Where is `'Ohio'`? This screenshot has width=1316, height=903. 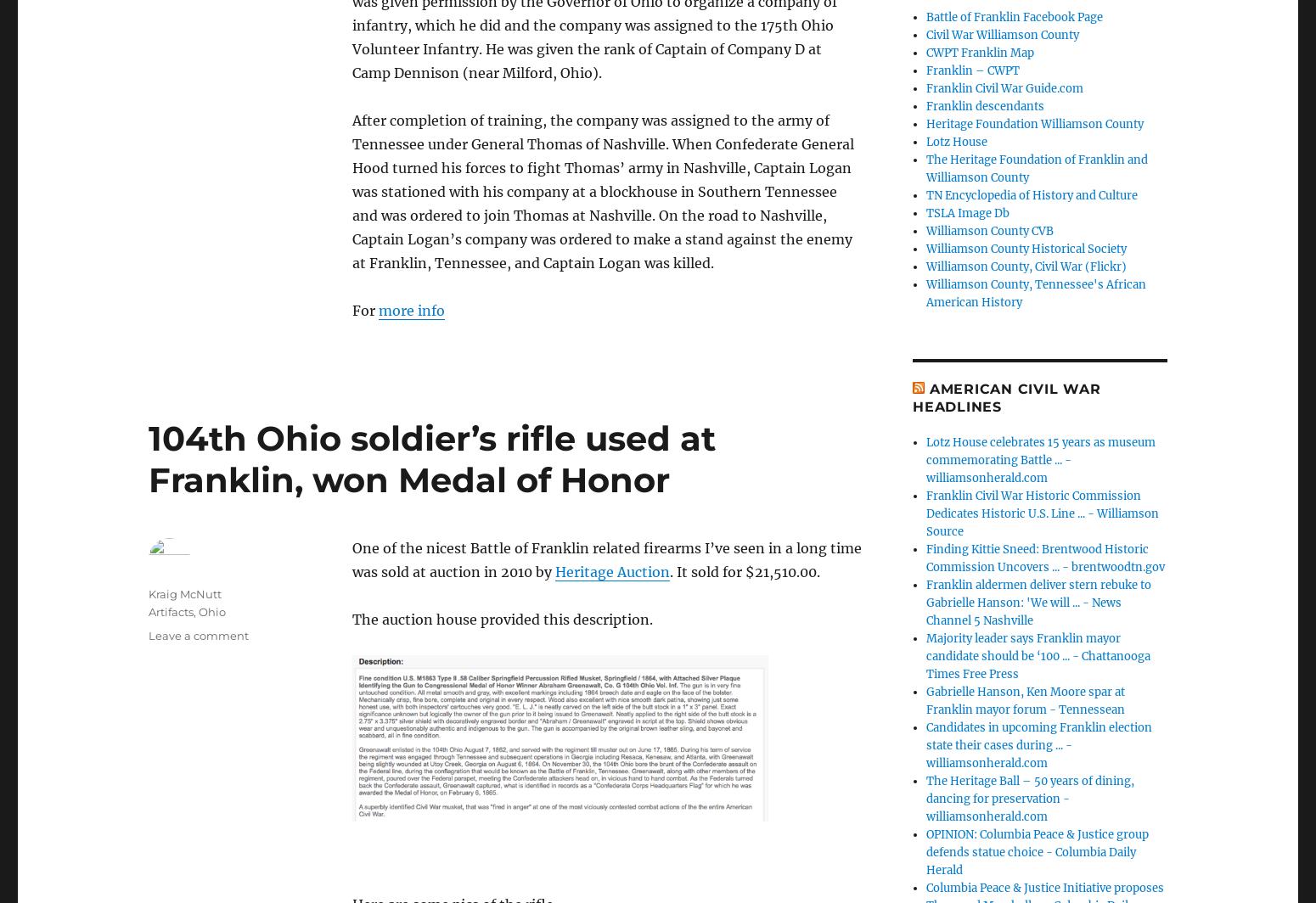 'Ohio' is located at coordinates (212, 611).